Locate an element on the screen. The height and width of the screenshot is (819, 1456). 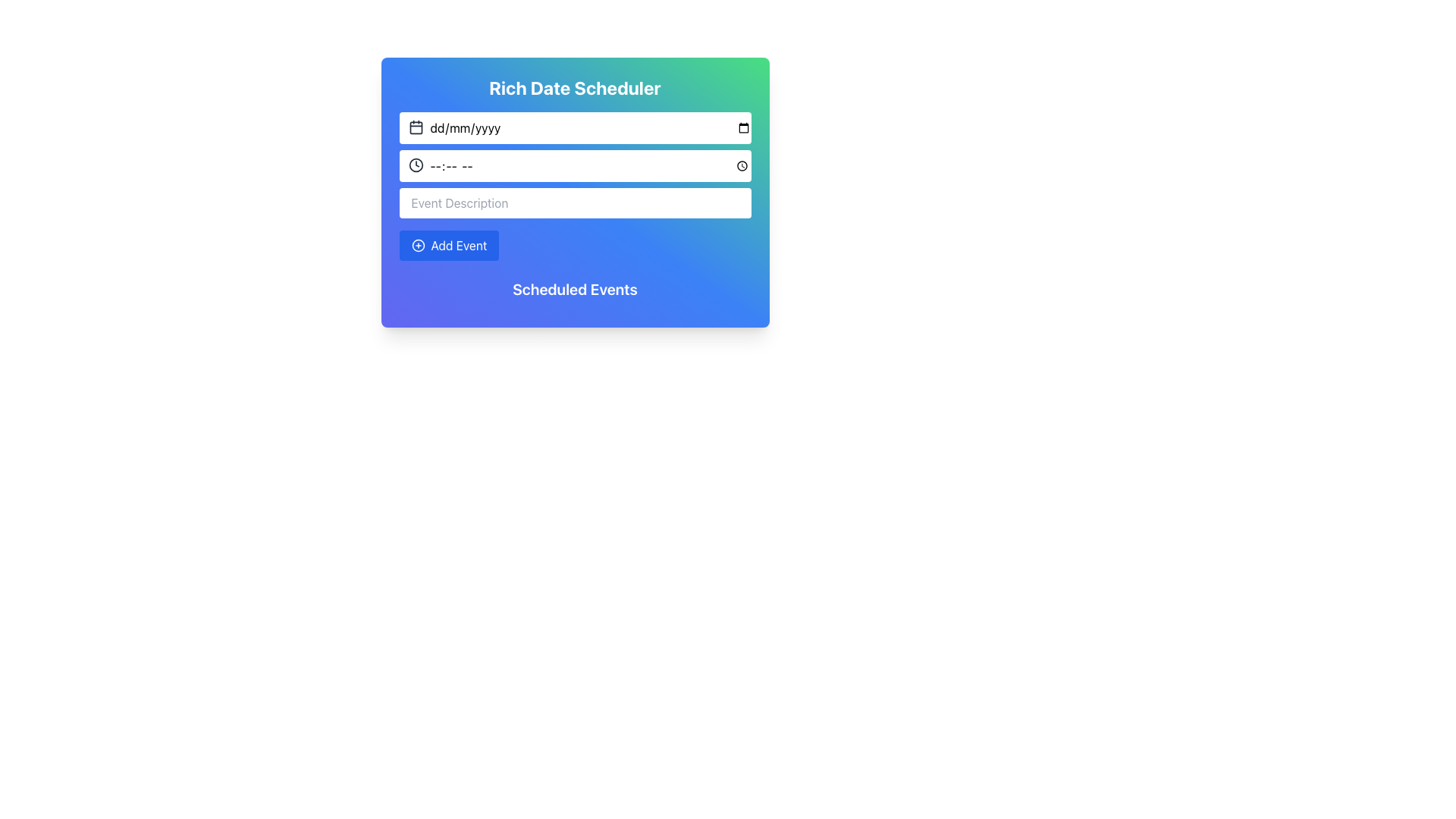
a time from the time input field located below the date input field in the 'Add Event' form is located at coordinates (574, 166).